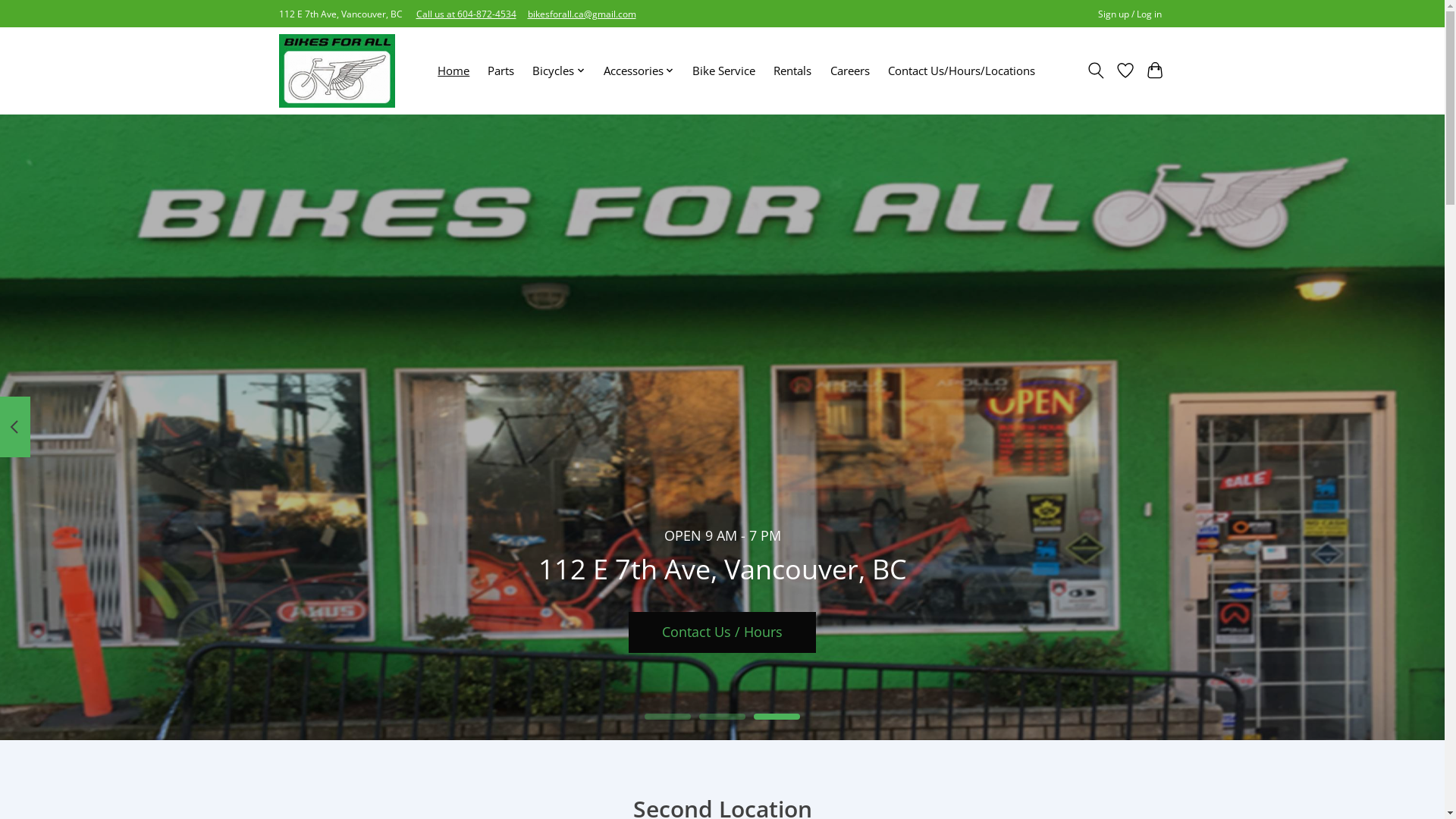 This screenshot has width=1456, height=819. Describe the element at coordinates (453, 71) in the screenshot. I see `'Home'` at that location.